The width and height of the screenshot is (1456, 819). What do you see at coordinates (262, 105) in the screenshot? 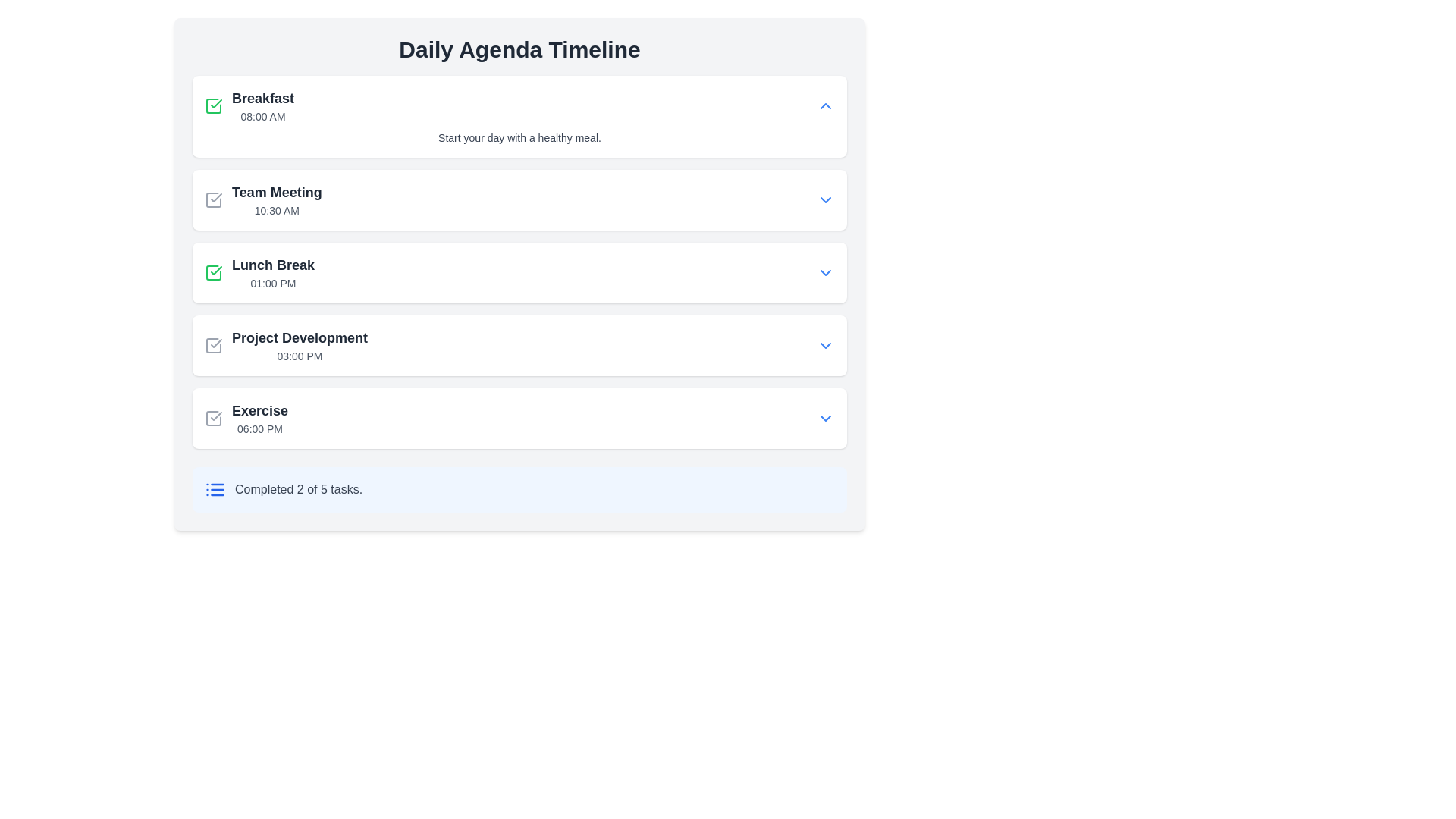
I see `the text label displaying 'Breakfast' at '08:00 AM' in the Daily Agenda Timeline interface` at bounding box center [262, 105].